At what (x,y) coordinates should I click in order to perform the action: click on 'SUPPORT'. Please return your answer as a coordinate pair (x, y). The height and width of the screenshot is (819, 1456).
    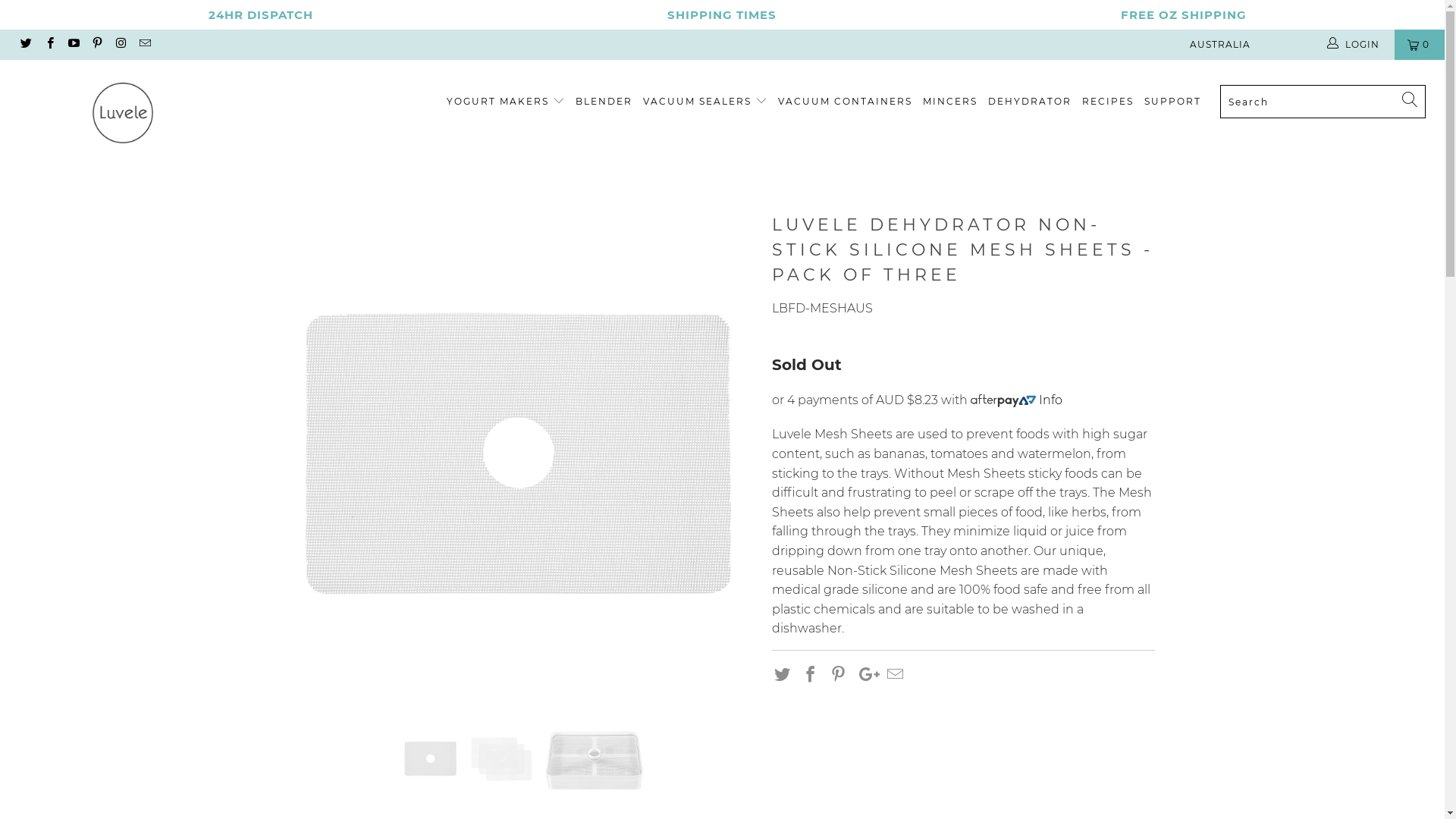
    Looking at the image, I should click on (1172, 102).